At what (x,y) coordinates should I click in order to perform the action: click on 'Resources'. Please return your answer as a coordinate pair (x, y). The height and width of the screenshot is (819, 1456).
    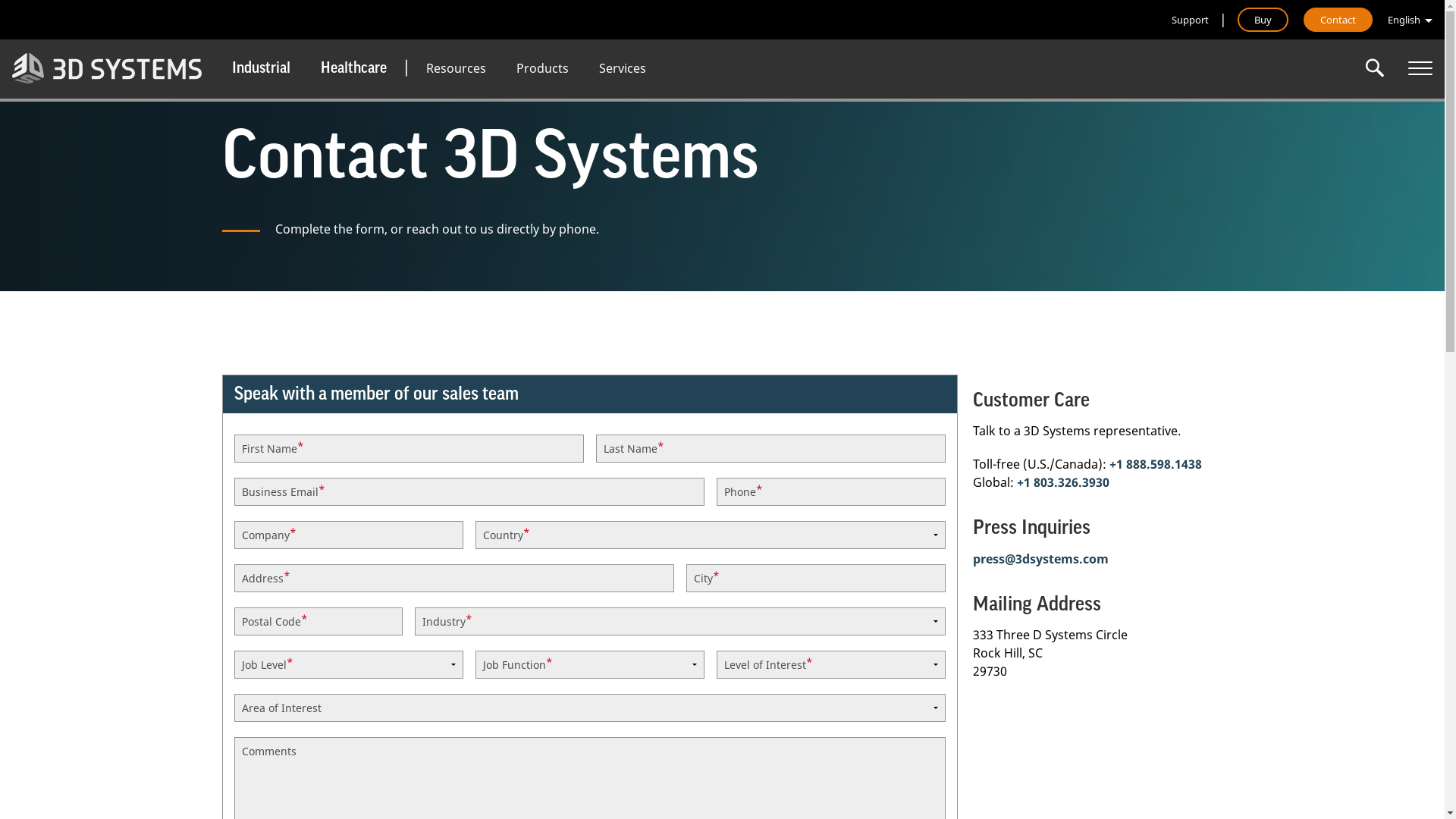
    Looking at the image, I should click on (411, 67).